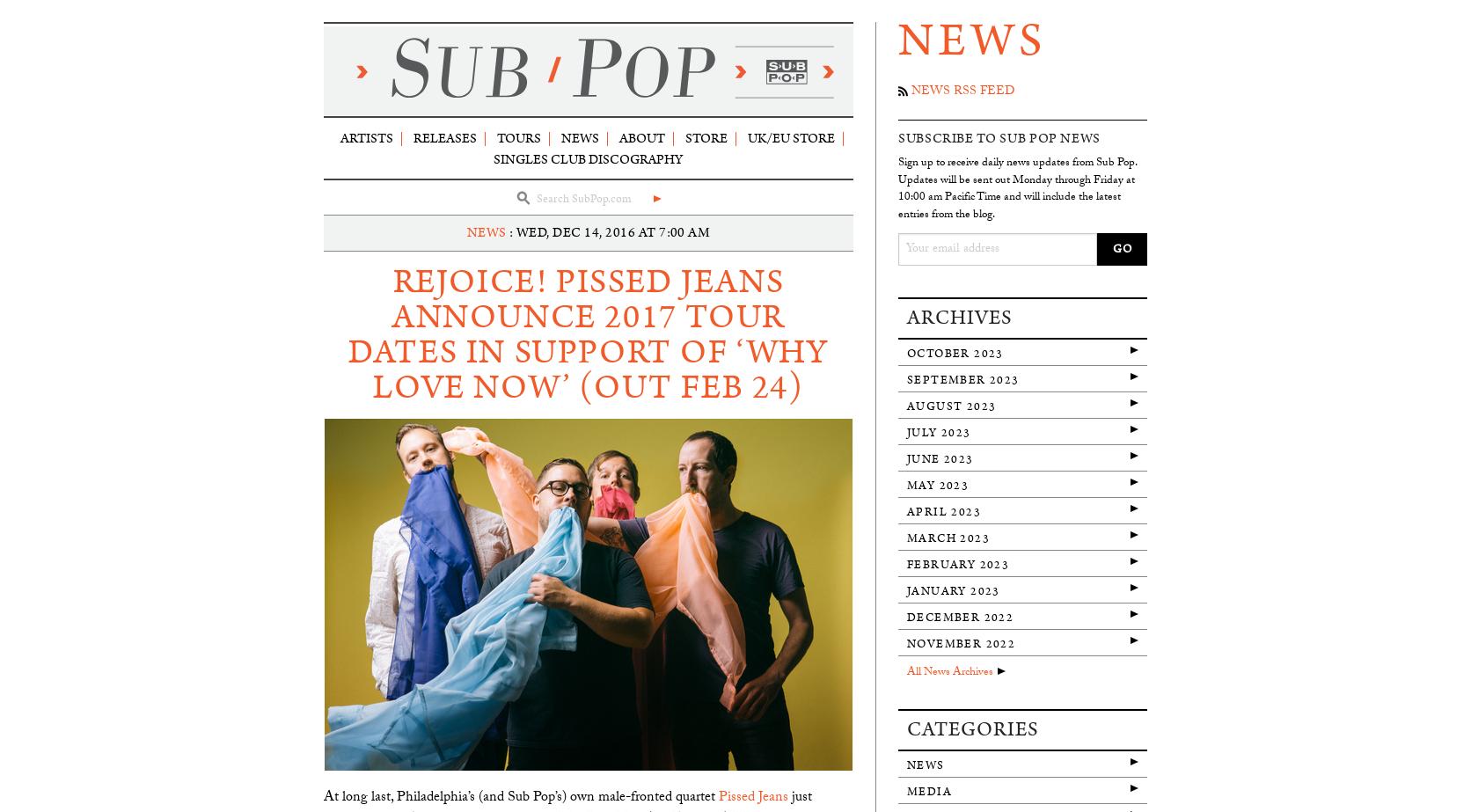 Image resolution: width=1471 pixels, height=812 pixels. I want to click on 'Rejoice! Pissed Jeans Announce 2017 Tour Dates In Support of ‘Why Love Now’ (out Feb 24)', so click(588, 333).